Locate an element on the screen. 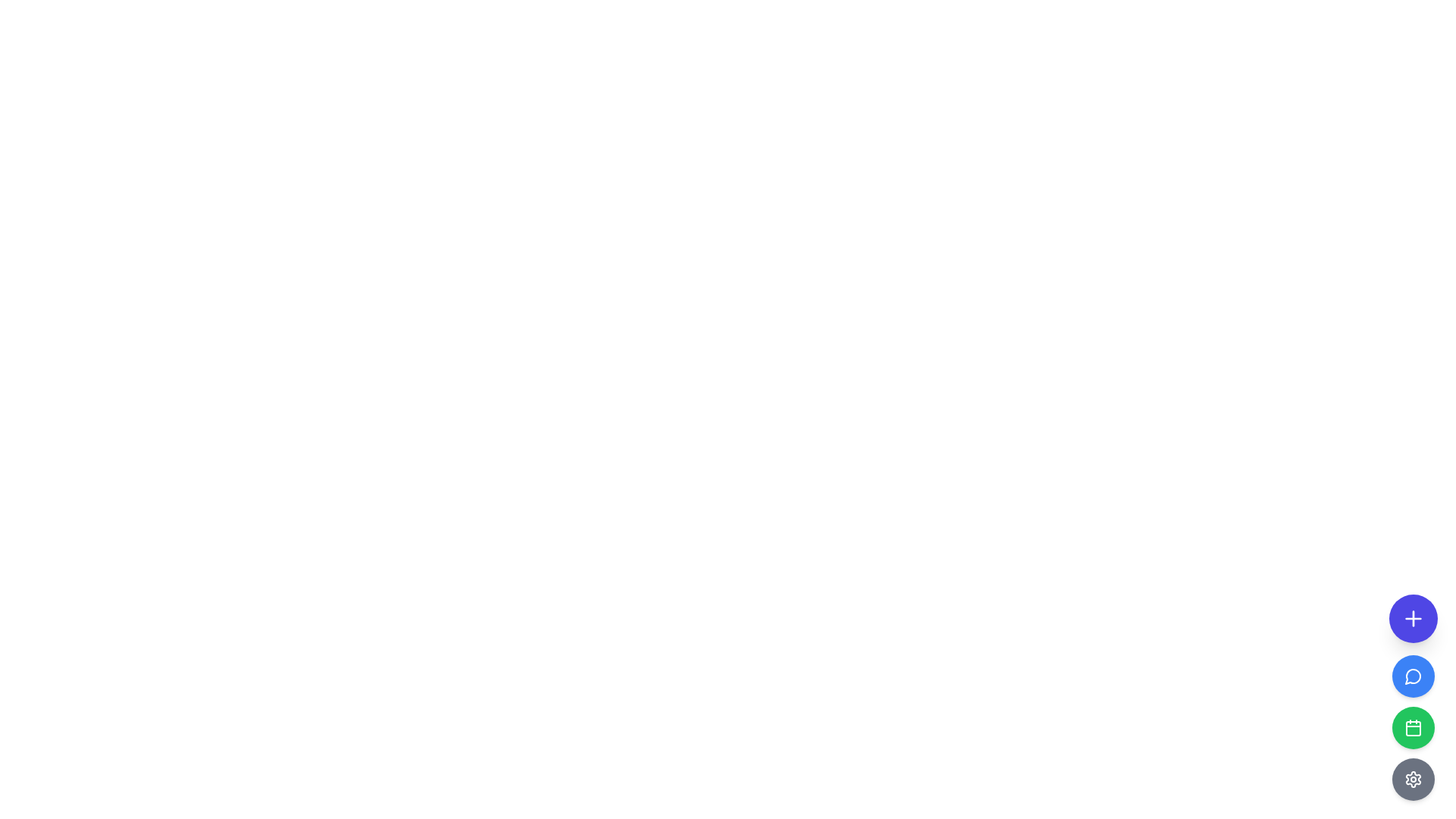 This screenshot has height=819, width=1456. the calendar icon located within the green circular button, which is the third button in a vertically stacked group of four on the right side of the interface is located at coordinates (1412, 727).